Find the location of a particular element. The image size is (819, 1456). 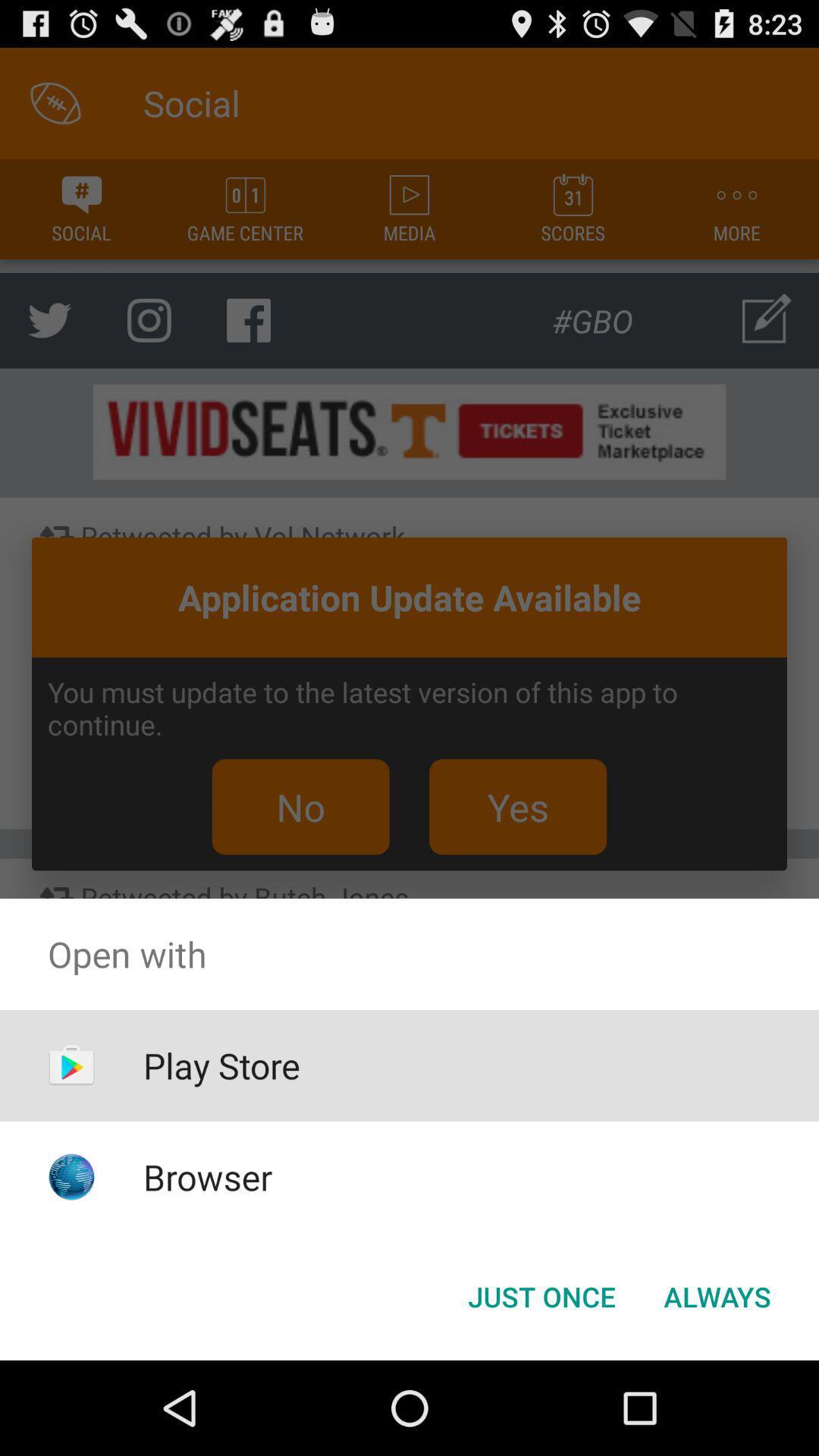

icon below play store item is located at coordinates (208, 1176).